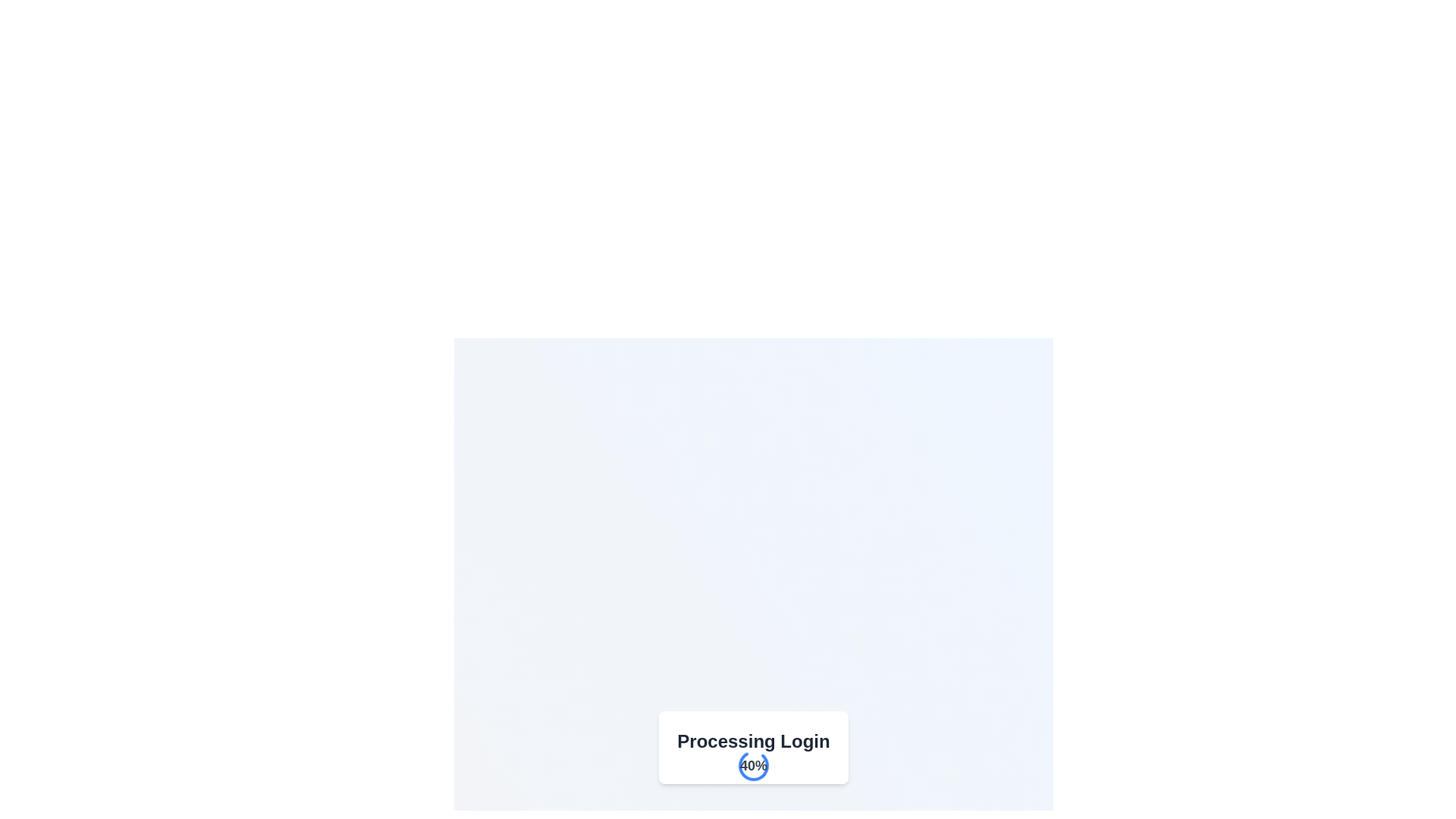  I want to click on the centrally positioned progress indicator that displays the current processing status and informs the user about the ongoing task completion, so click(753, 747).